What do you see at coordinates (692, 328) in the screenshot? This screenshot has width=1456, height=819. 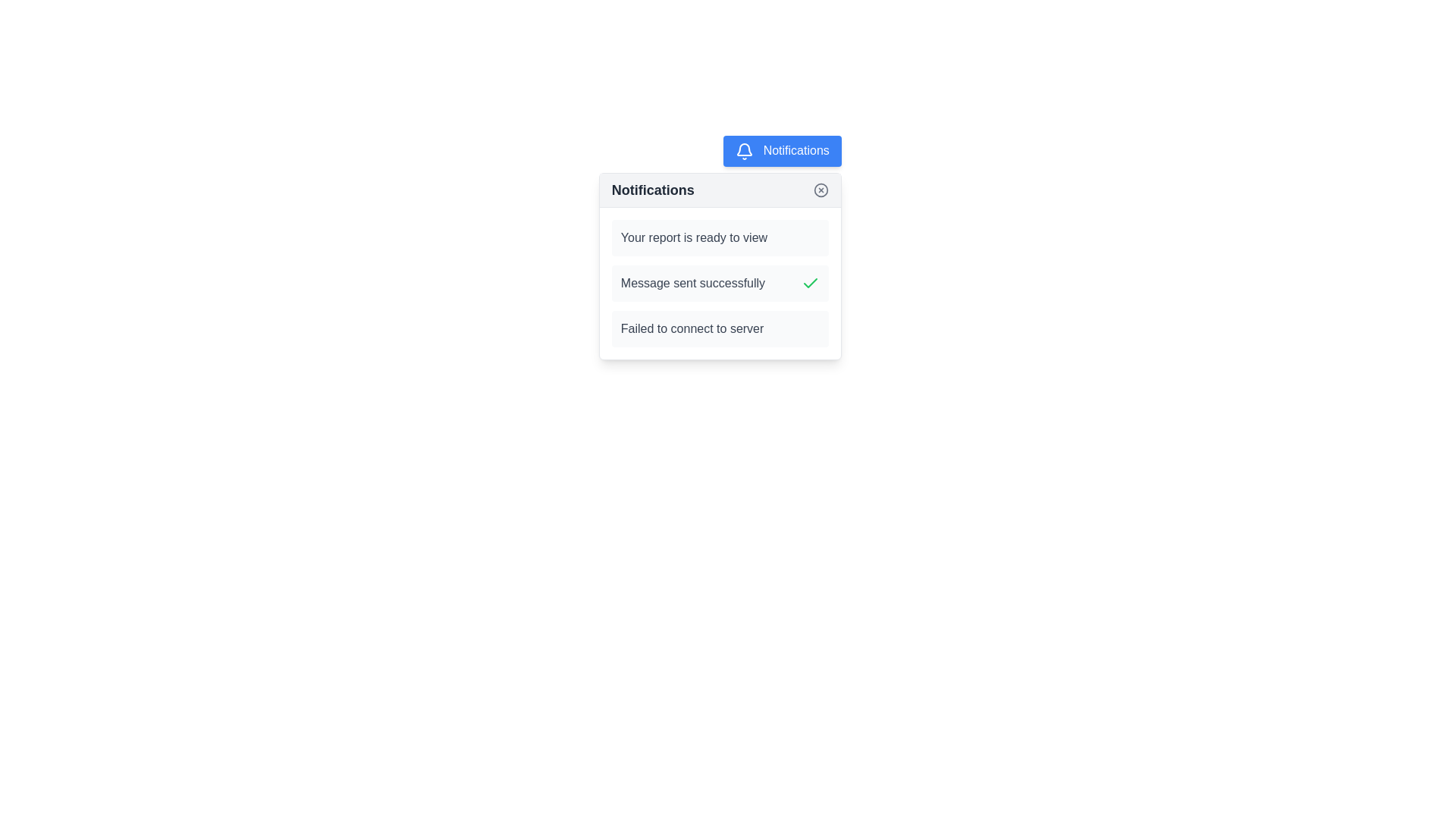 I see `the third static text notification indicating a server connection failure in the notification panel` at bounding box center [692, 328].